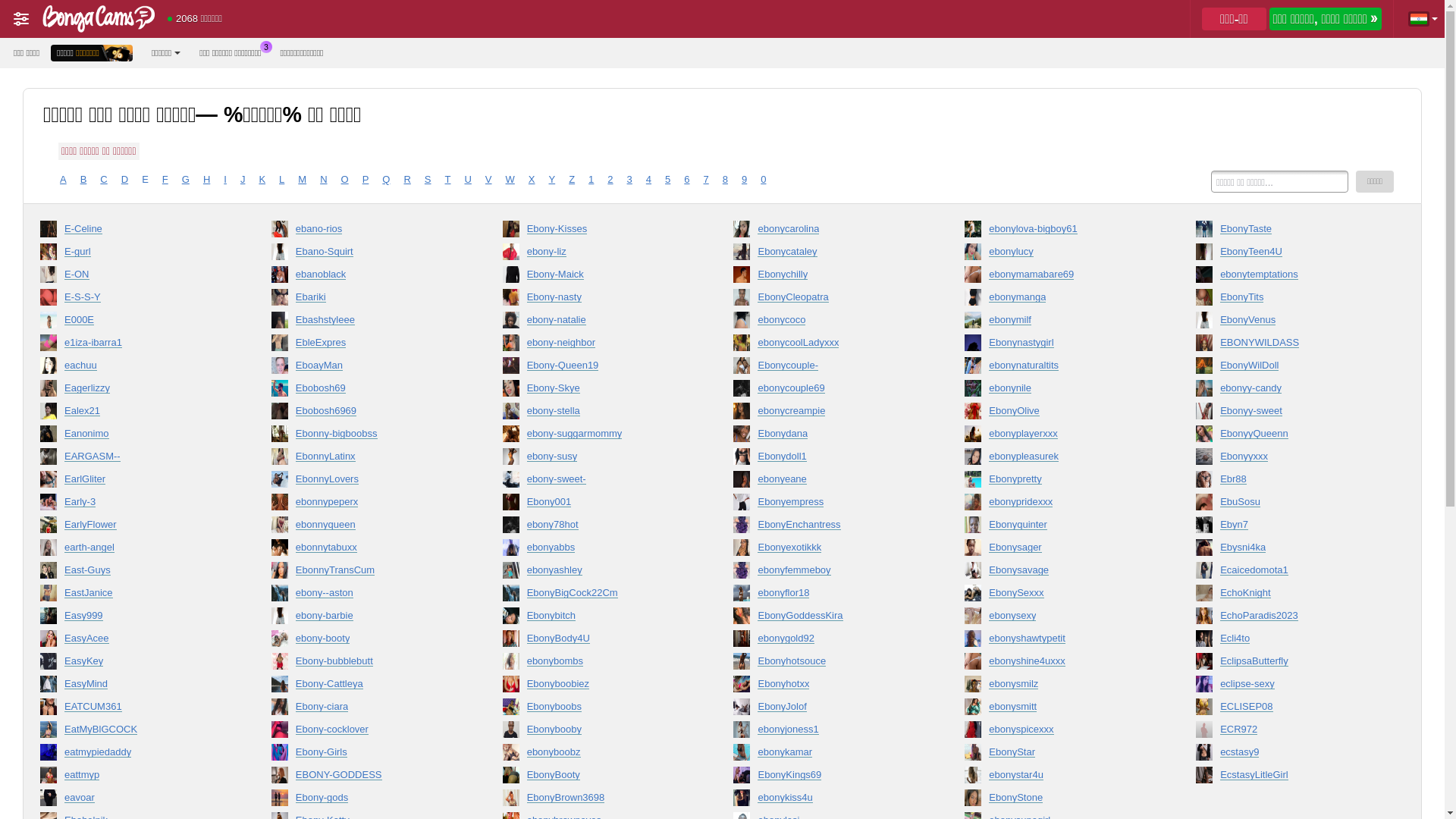  What do you see at coordinates (134, 253) in the screenshot?
I see `'E-gurl'` at bounding box center [134, 253].